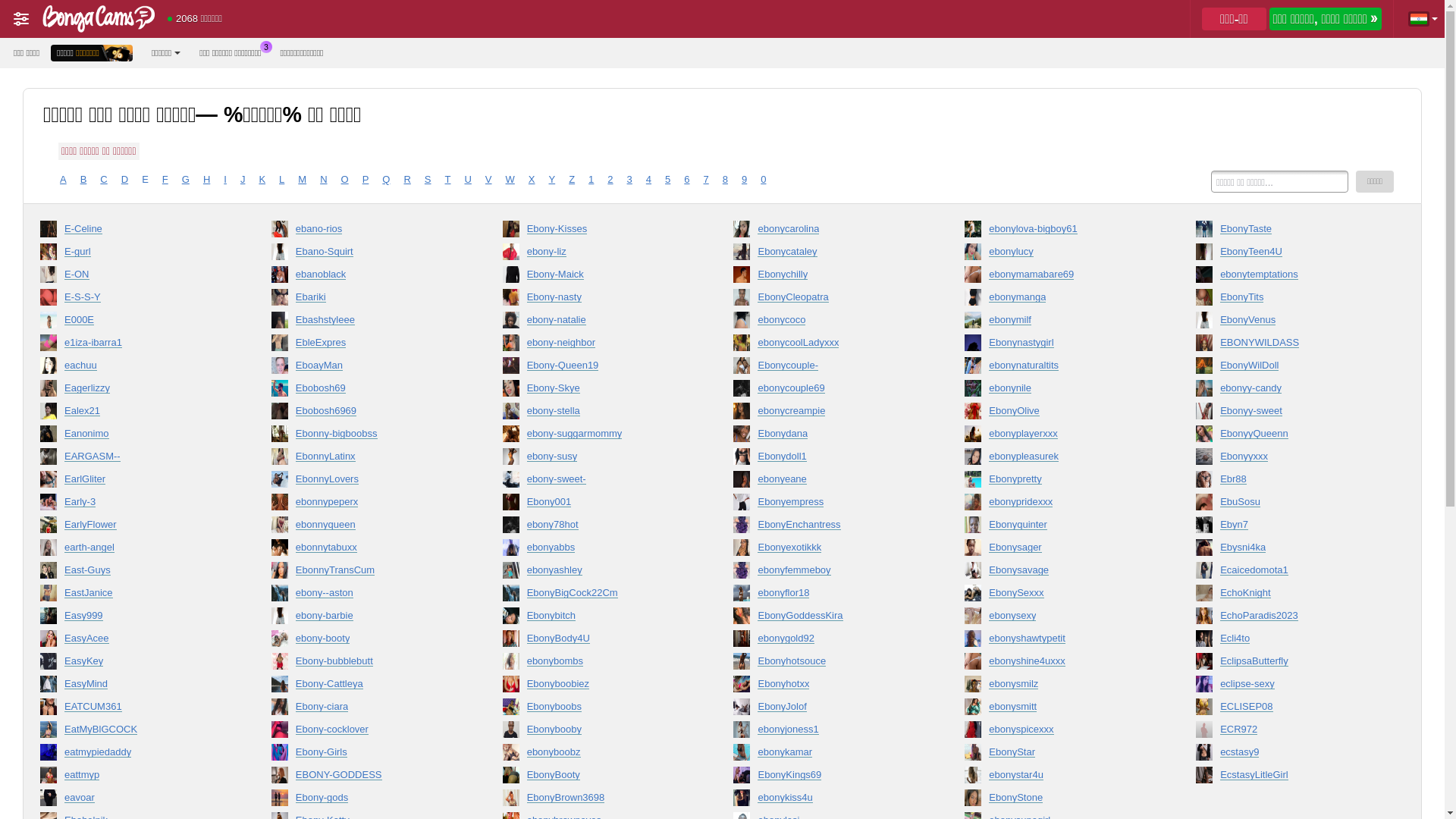  What do you see at coordinates (134, 253) in the screenshot?
I see `'E-gurl'` at bounding box center [134, 253].